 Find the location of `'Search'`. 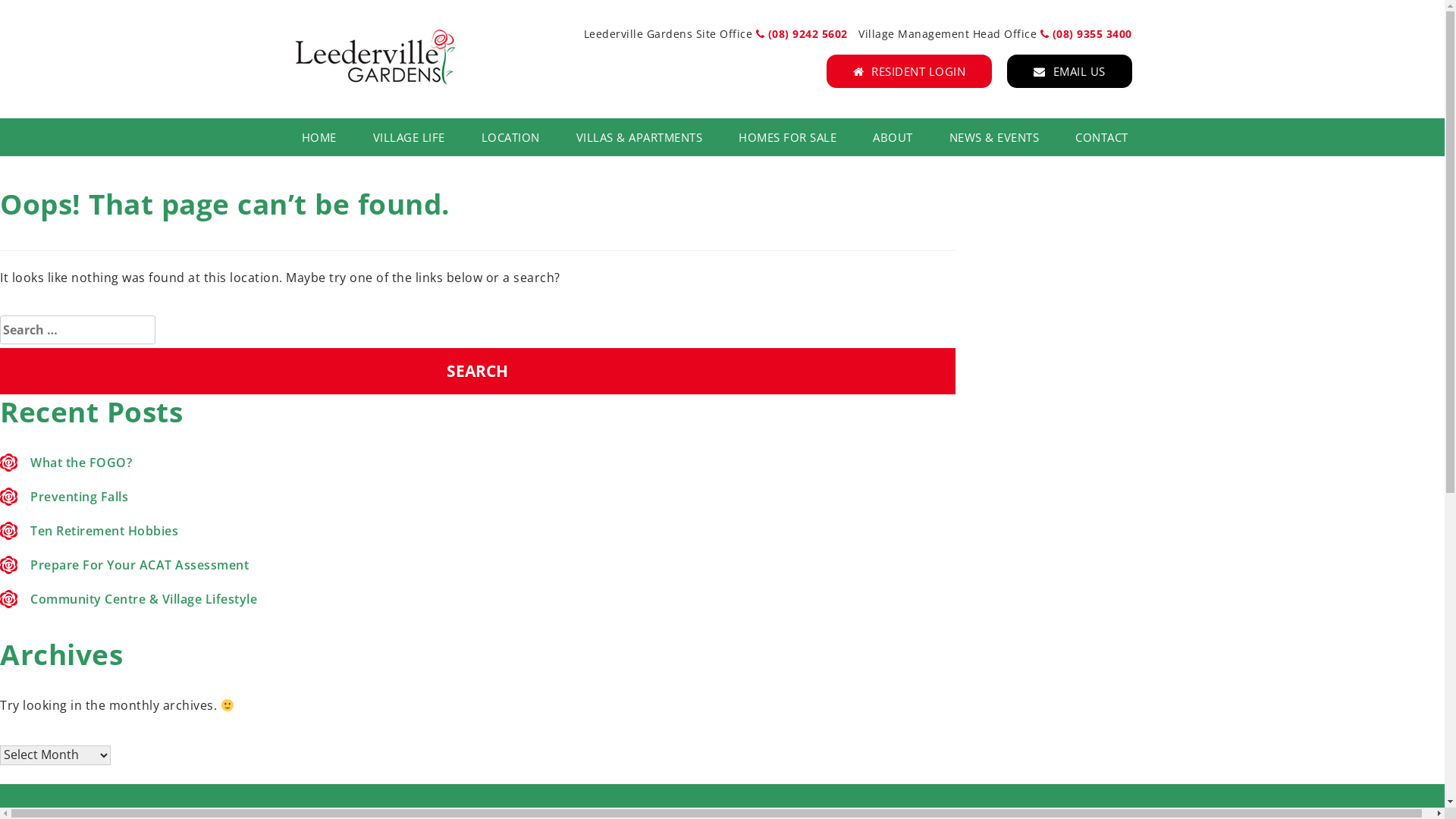

'Search' is located at coordinates (476, 371).